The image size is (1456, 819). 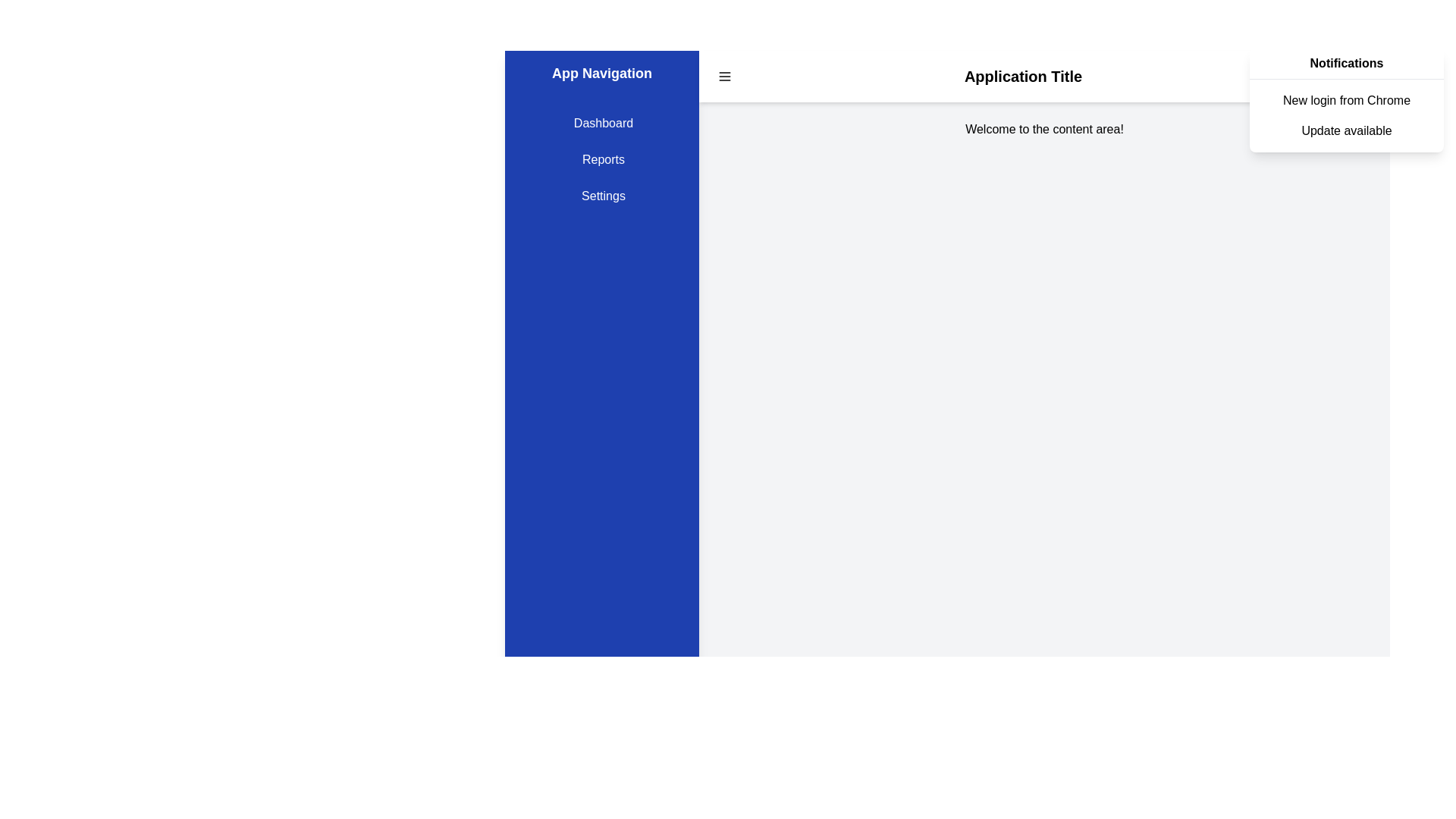 I want to click on the 'Reports' navigation item in the sidebar menu, so click(x=601, y=160).